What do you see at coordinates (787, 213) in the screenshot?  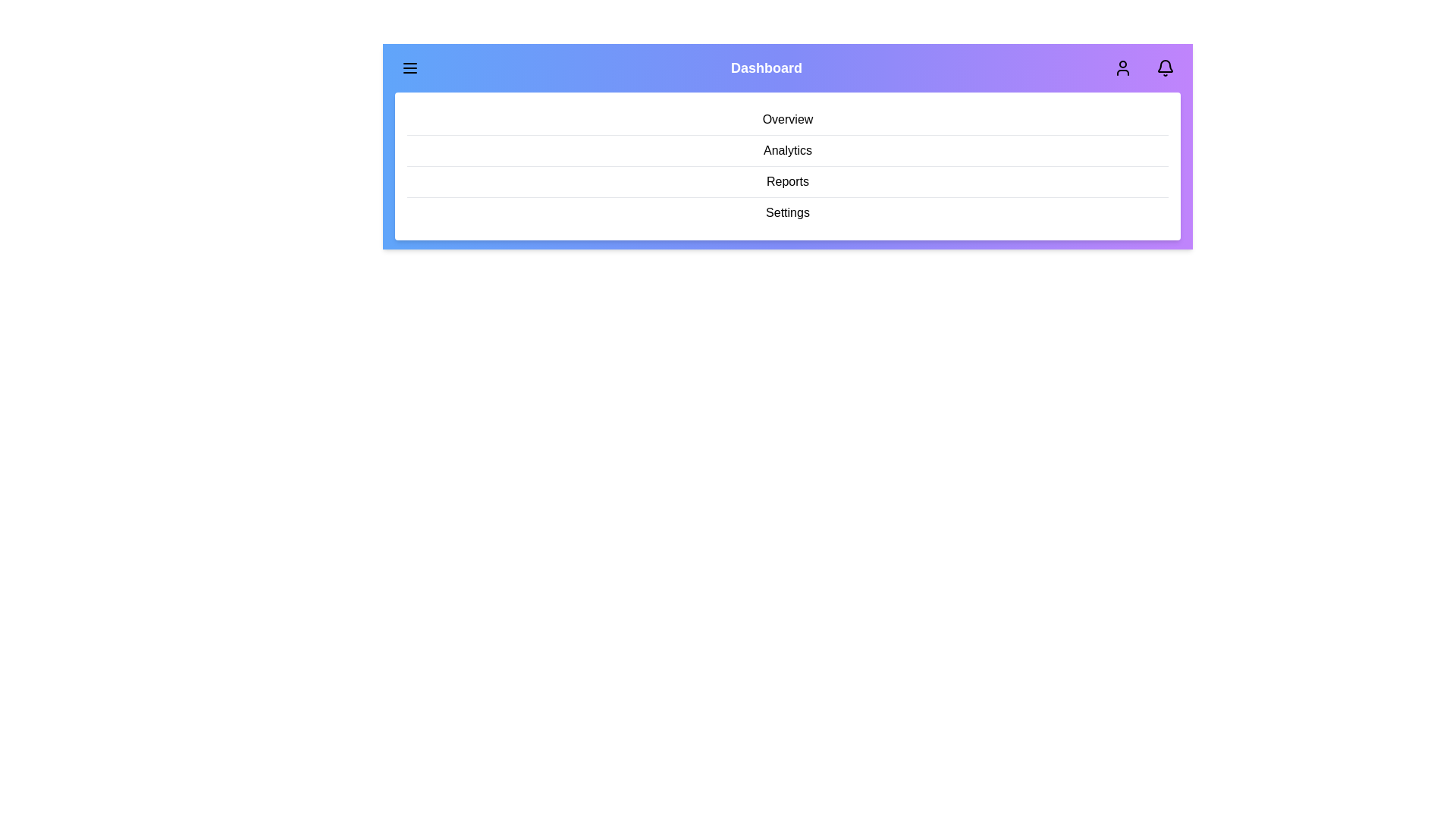 I see `the menu item Settings from the menu` at bounding box center [787, 213].